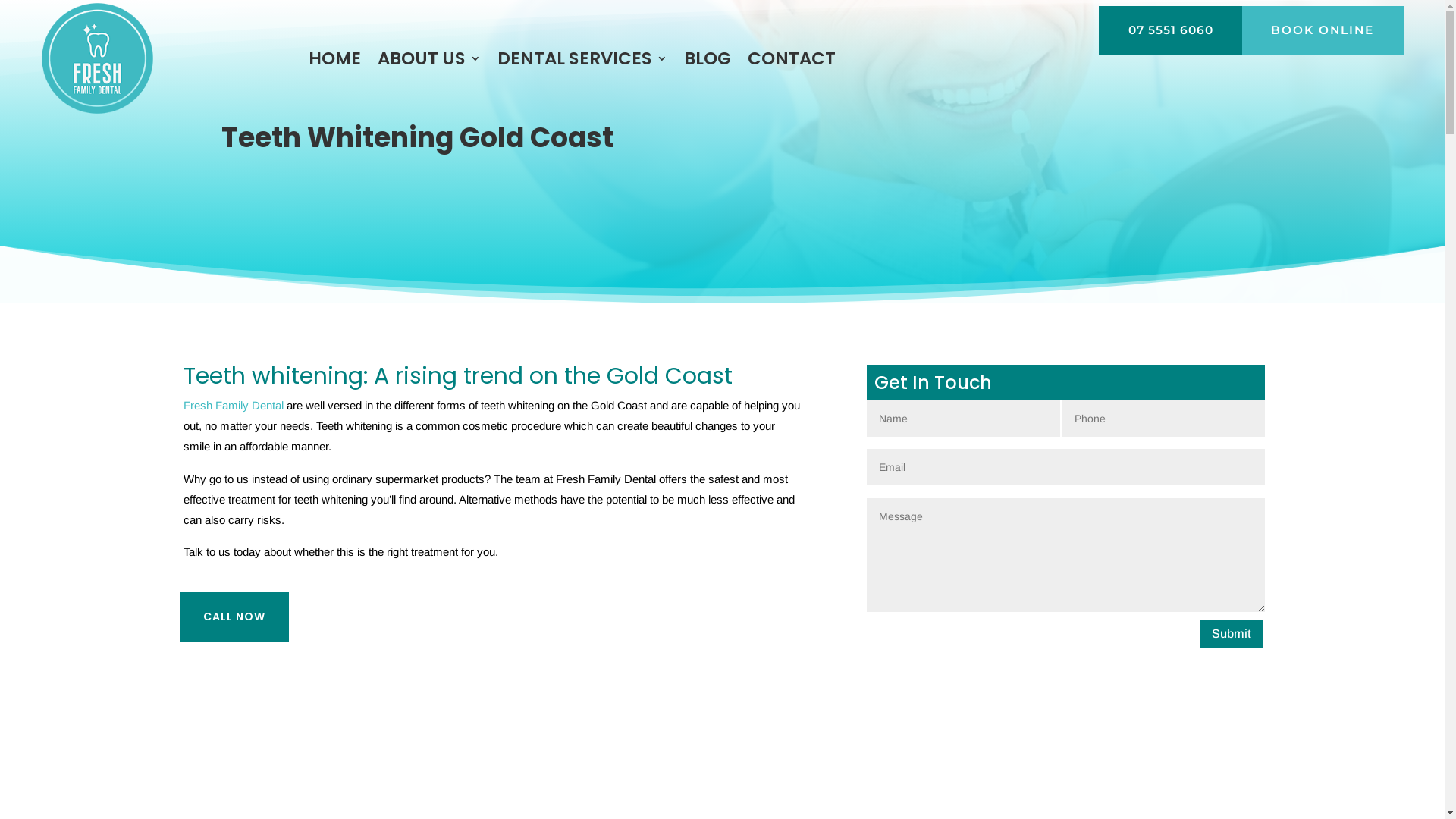  Describe the element at coordinates (232, 617) in the screenshot. I see `'CALL NOW'` at that location.